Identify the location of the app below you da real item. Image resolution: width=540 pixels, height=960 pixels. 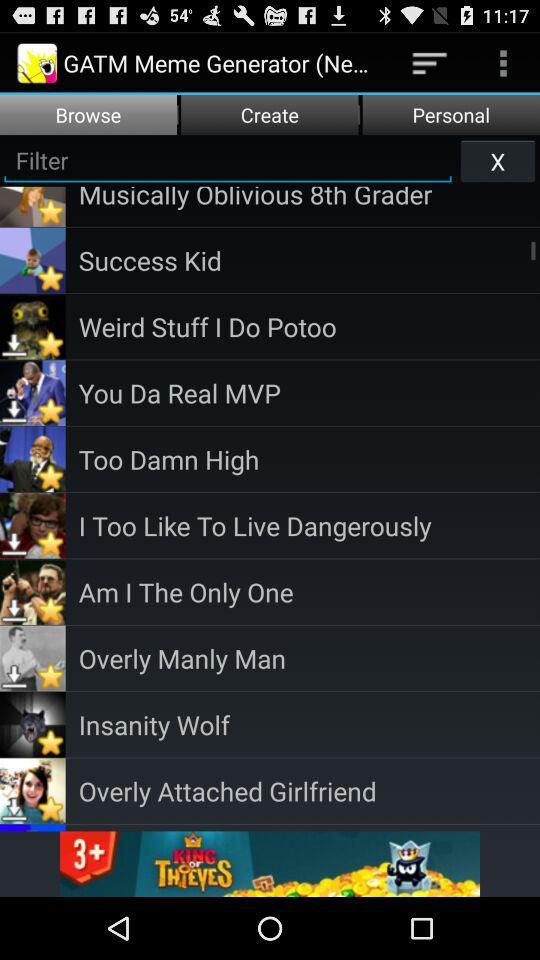
(309, 459).